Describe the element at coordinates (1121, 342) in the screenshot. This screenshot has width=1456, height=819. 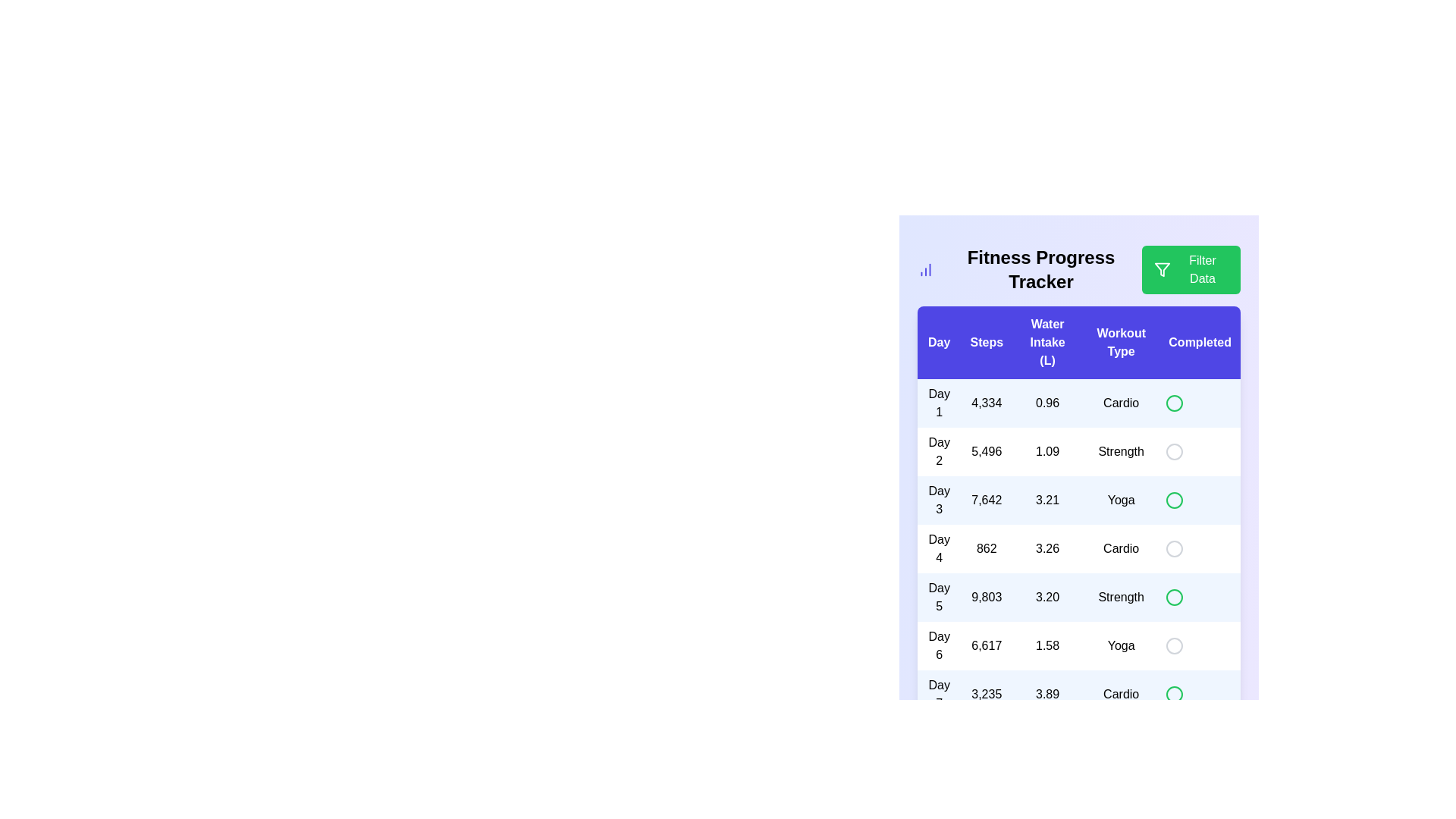
I see `the header of the column 'Workout Type' to sort the table by that column` at that location.